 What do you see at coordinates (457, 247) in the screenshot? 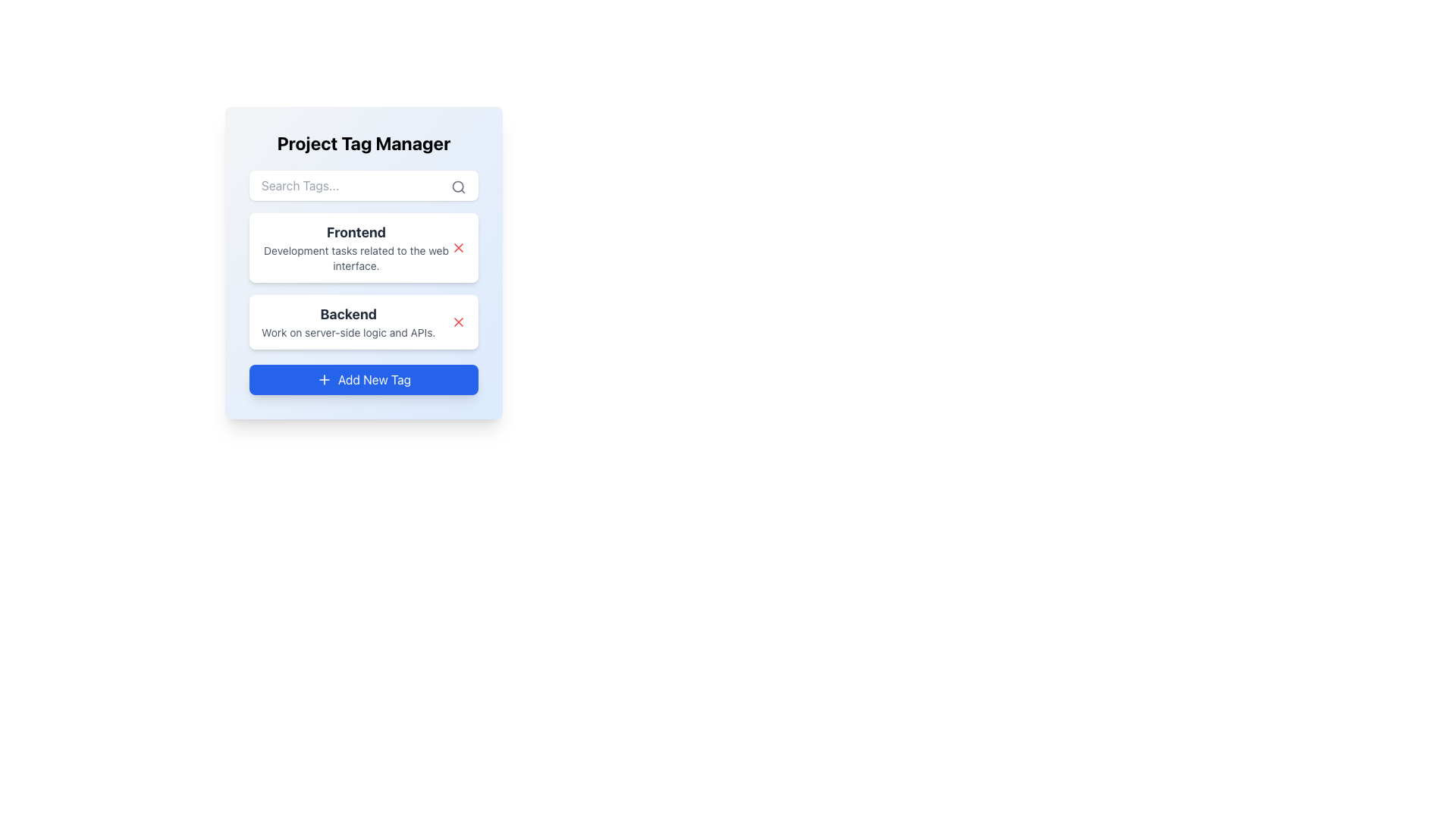
I see `attributes of the 'X' graphical representation vector line element inside the second item's circle in the list panel, located near the right side of the 'Backend' text` at bounding box center [457, 247].